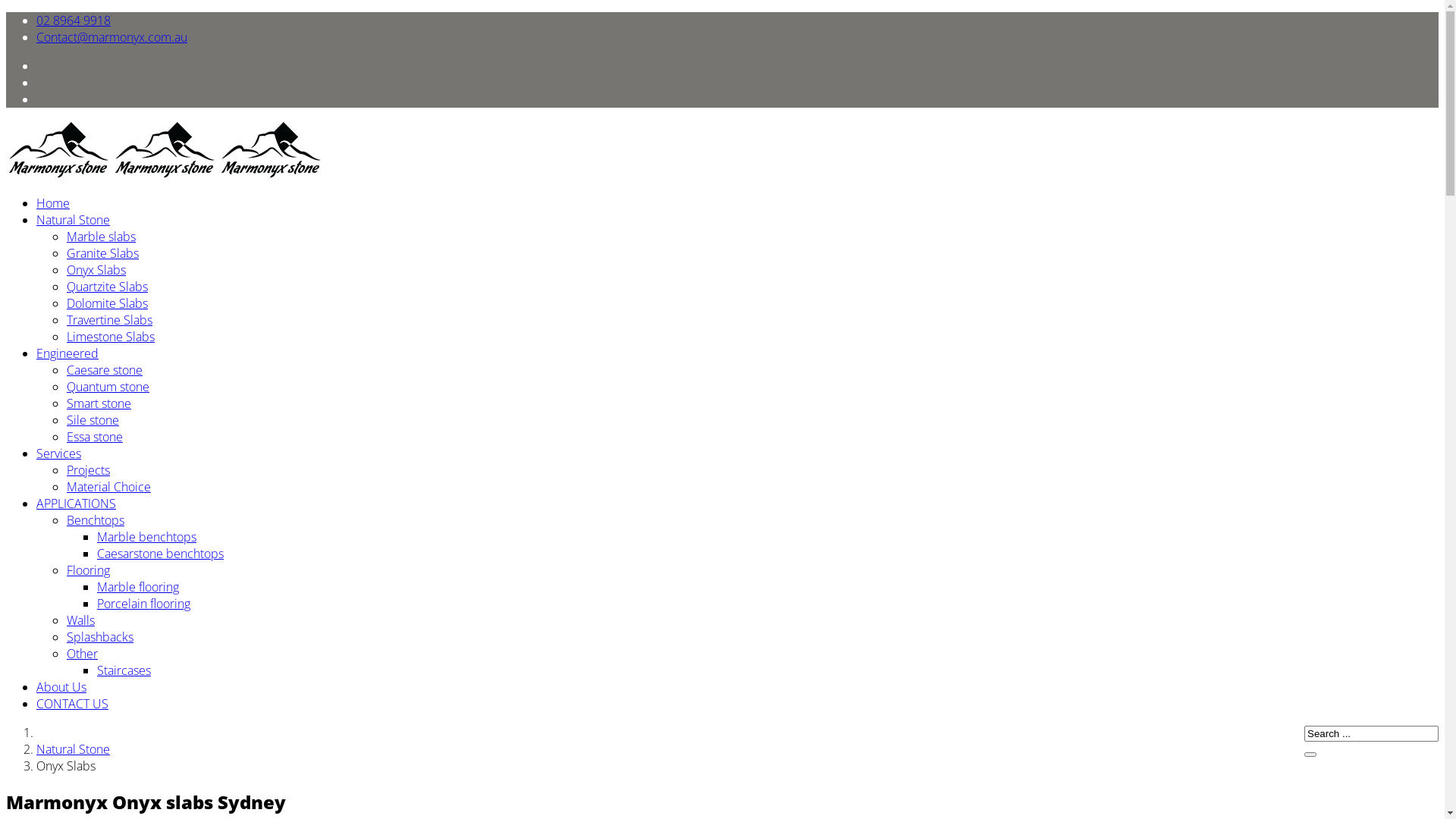  Describe the element at coordinates (65, 620) in the screenshot. I see `'Walls'` at that location.